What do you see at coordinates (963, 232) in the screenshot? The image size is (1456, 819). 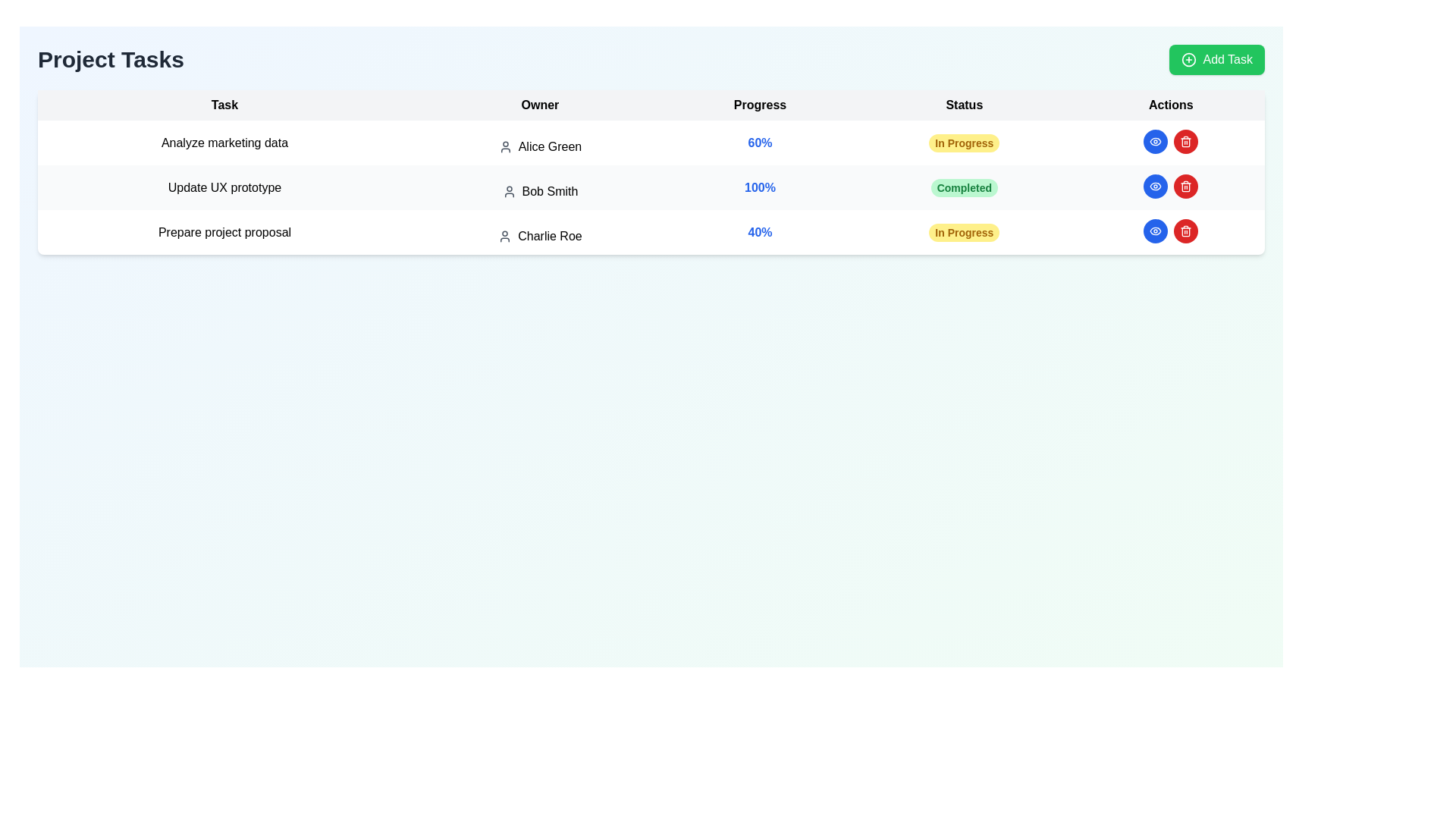 I see `the Status badge displaying the current progress status of the task 'Prepare project proposal' in the 'Status' column of the table` at bounding box center [963, 232].